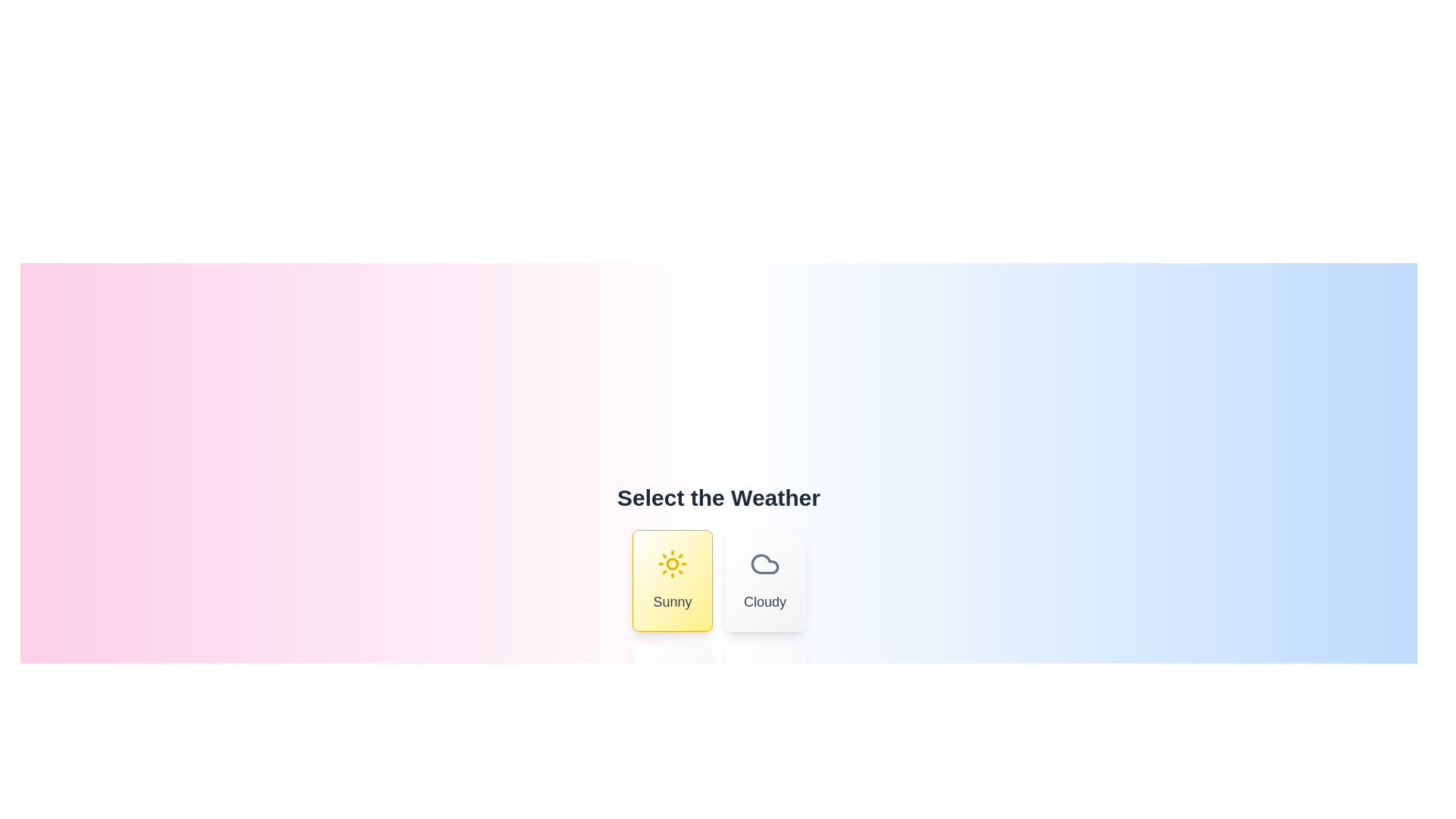 The width and height of the screenshot is (1456, 819). Describe the element at coordinates (764, 564) in the screenshot. I see `the cloud-shaped icon with a gray outline that is centered above the 'Cloudy' text in the second card of the two-card layout` at that location.